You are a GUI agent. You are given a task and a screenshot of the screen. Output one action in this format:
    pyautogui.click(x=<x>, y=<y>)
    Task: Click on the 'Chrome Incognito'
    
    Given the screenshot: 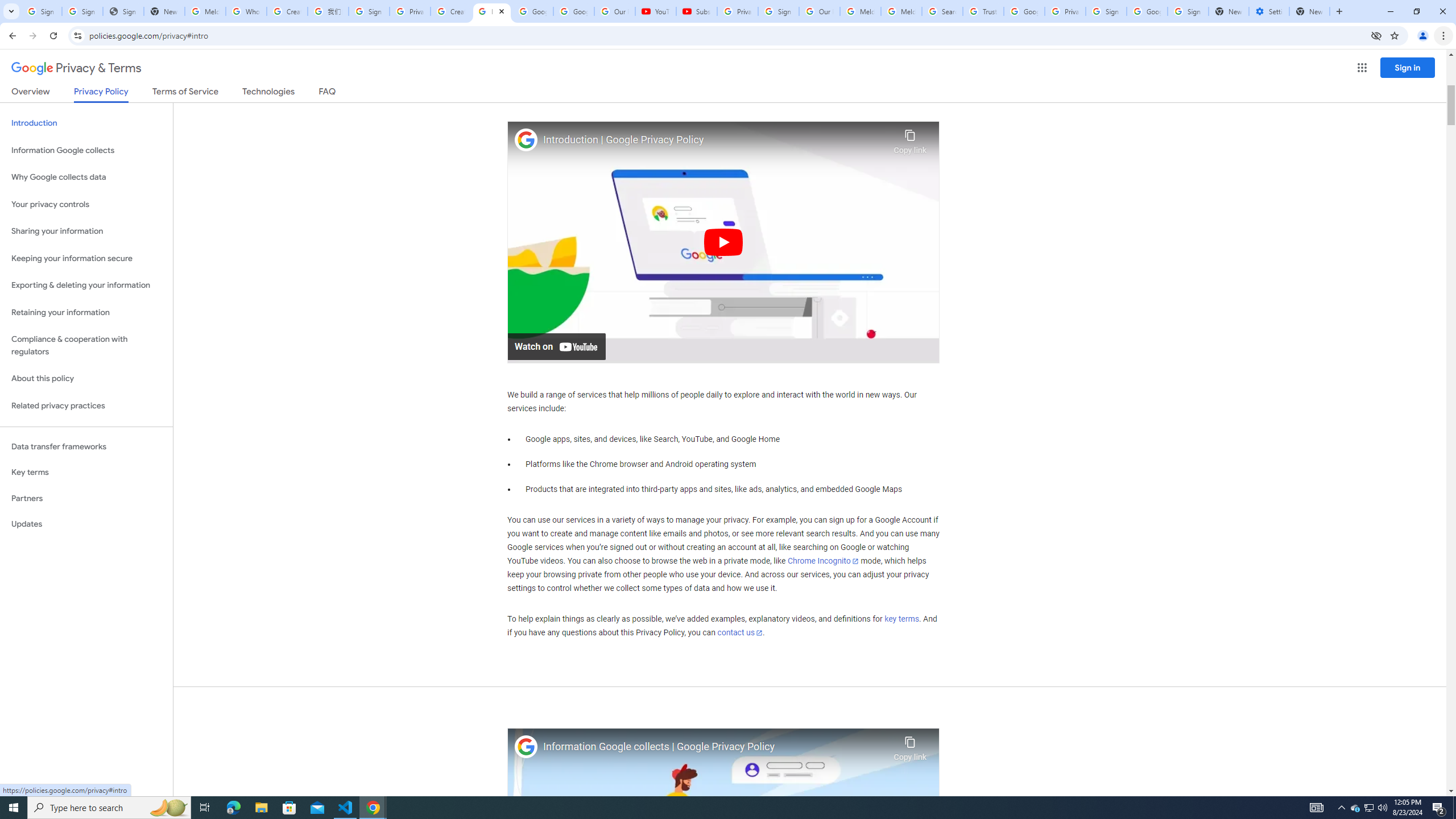 What is the action you would take?
    pyautogui.click(x=823, y=561)
    